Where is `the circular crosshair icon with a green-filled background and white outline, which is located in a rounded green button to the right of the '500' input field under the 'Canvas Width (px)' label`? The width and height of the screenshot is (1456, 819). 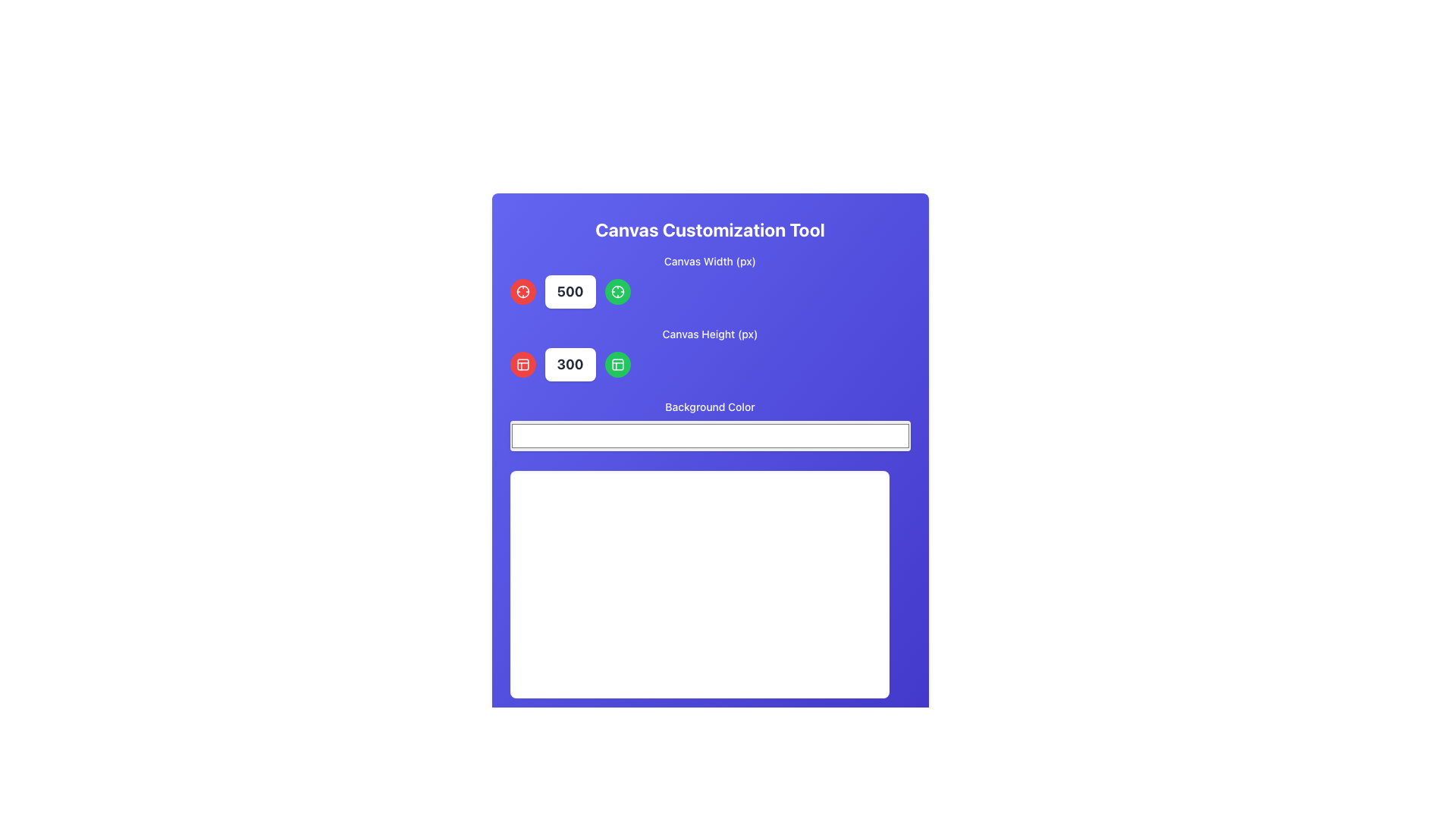
the circular crosshair icon with a green-filled background and white outline, which is located in a rounded green button to the right of the '500' input field under the 'Canvas Width (px)' label is located at coordinates (617, 292).